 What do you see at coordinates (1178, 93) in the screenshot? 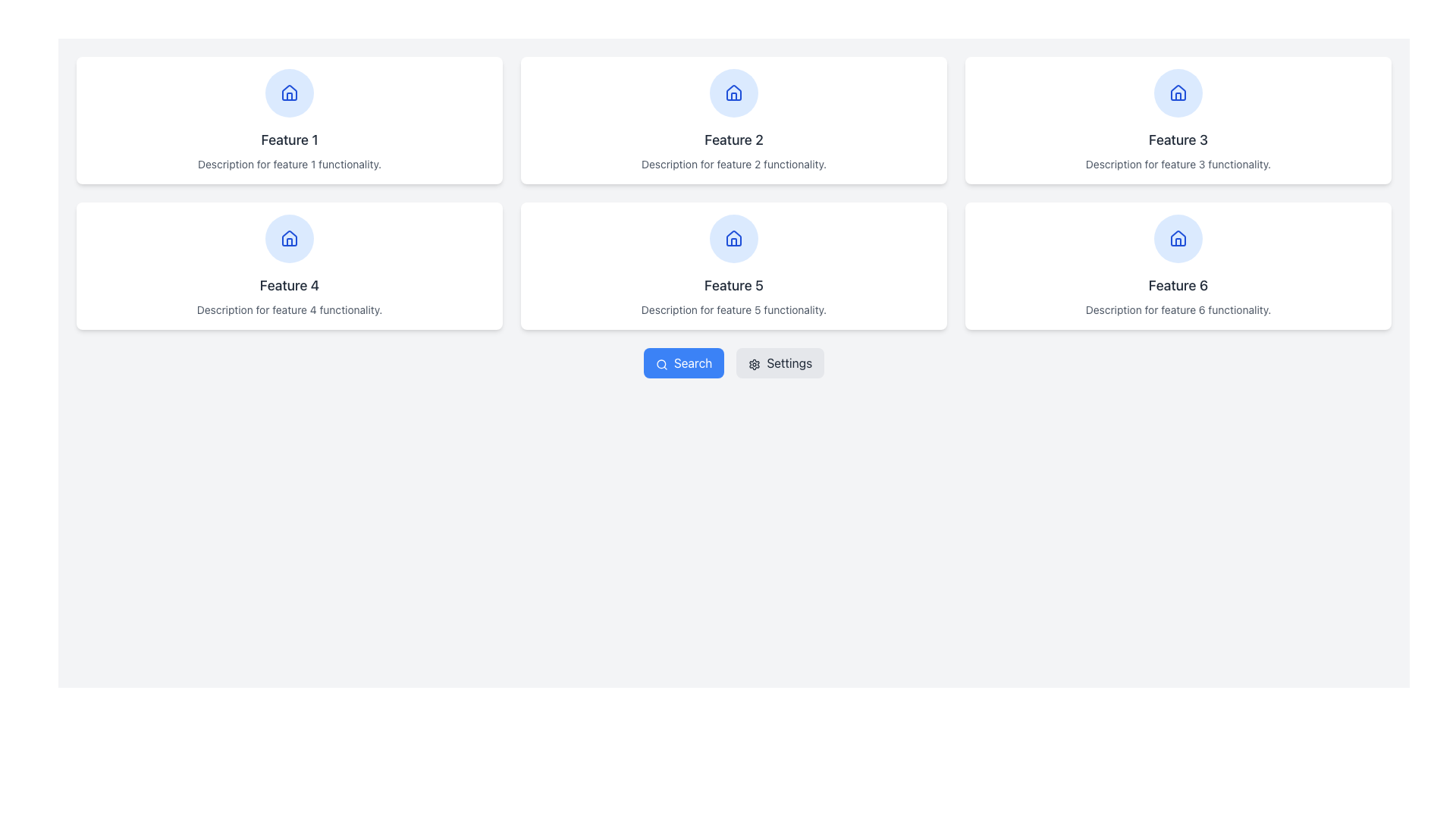
I see `the circular icon at the top of the box labeled 'Feature 3', which is in the first row, third column of a 2x3 grid of similar items` at bounding box center [1178, 93].